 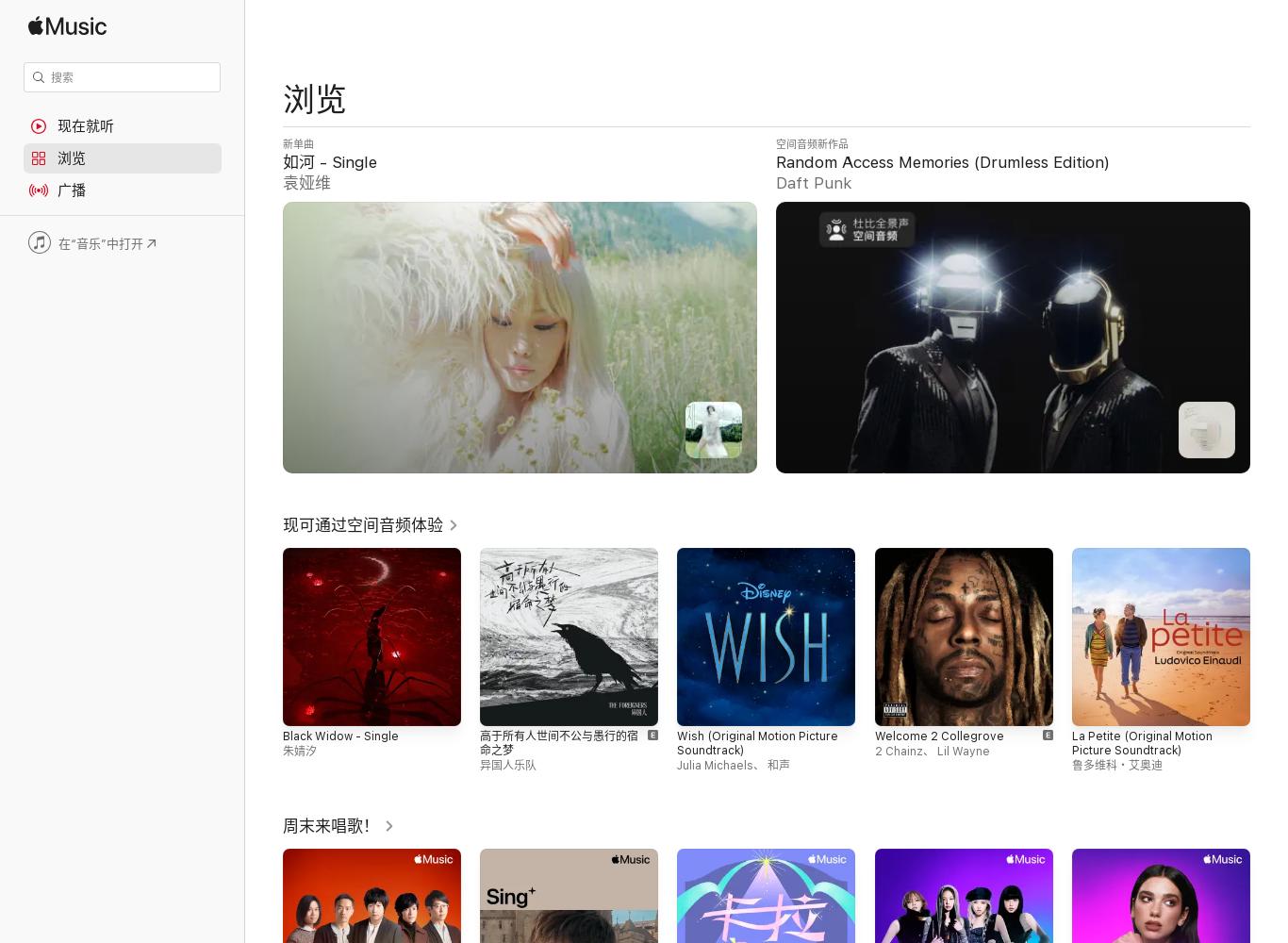 I want to click on '2 Chainz', so click(x=898, y=752).